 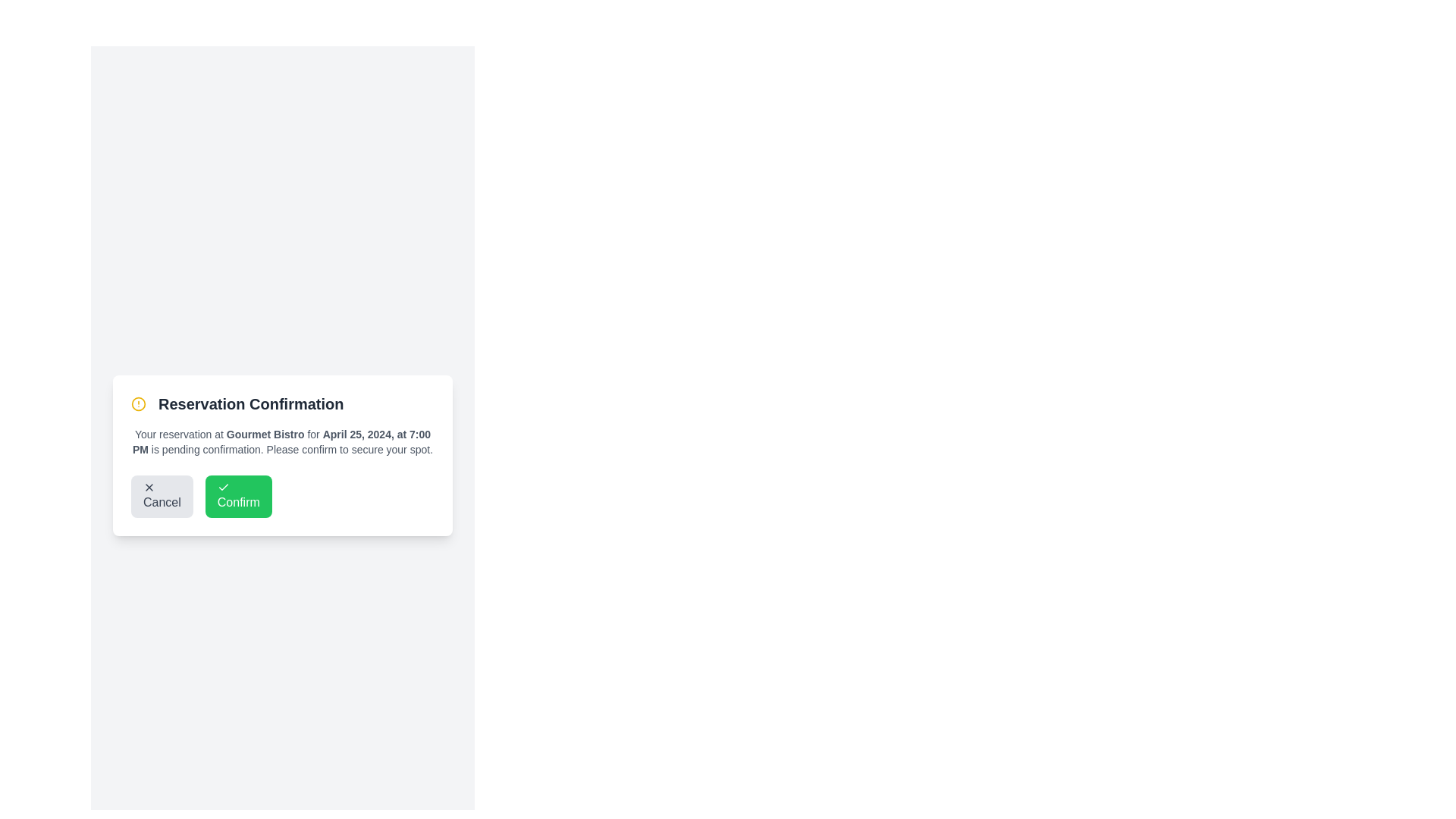 I want to click on the small black or dark gray 'X' icon, which is located on the left side of the 'Cancel' button in the bottom-left of the interface, so click(x=149, y=488).